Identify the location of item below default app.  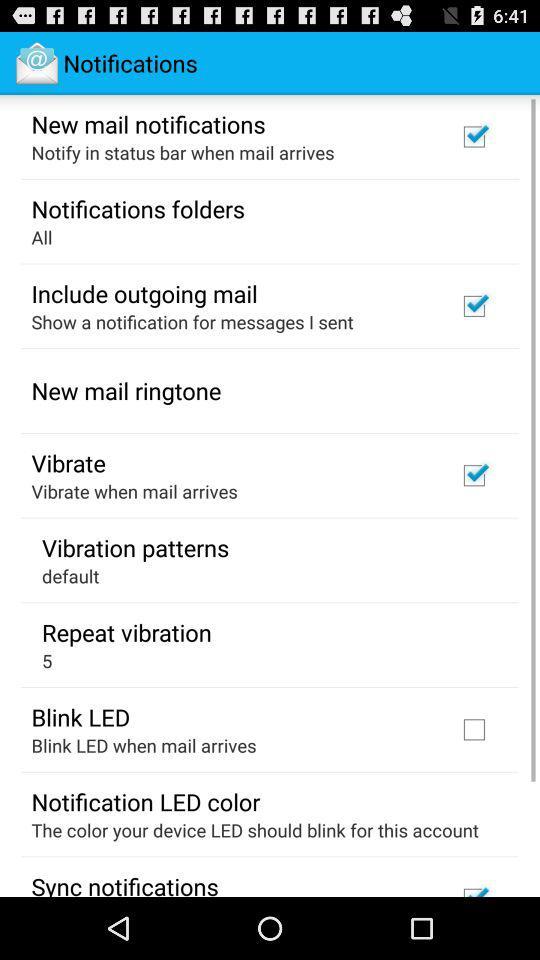
(126, 631).